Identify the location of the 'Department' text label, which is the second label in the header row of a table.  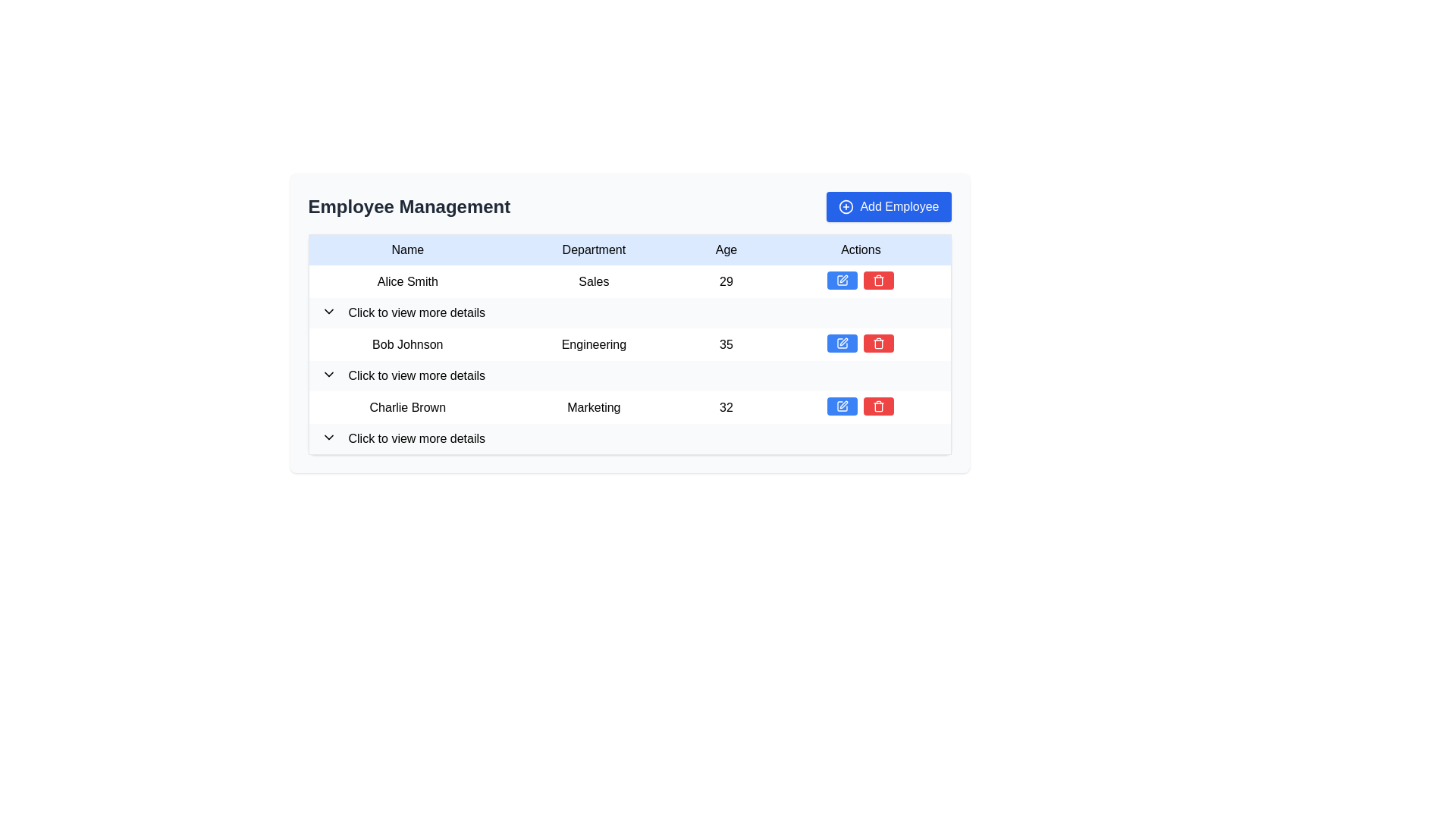
(593, 249).